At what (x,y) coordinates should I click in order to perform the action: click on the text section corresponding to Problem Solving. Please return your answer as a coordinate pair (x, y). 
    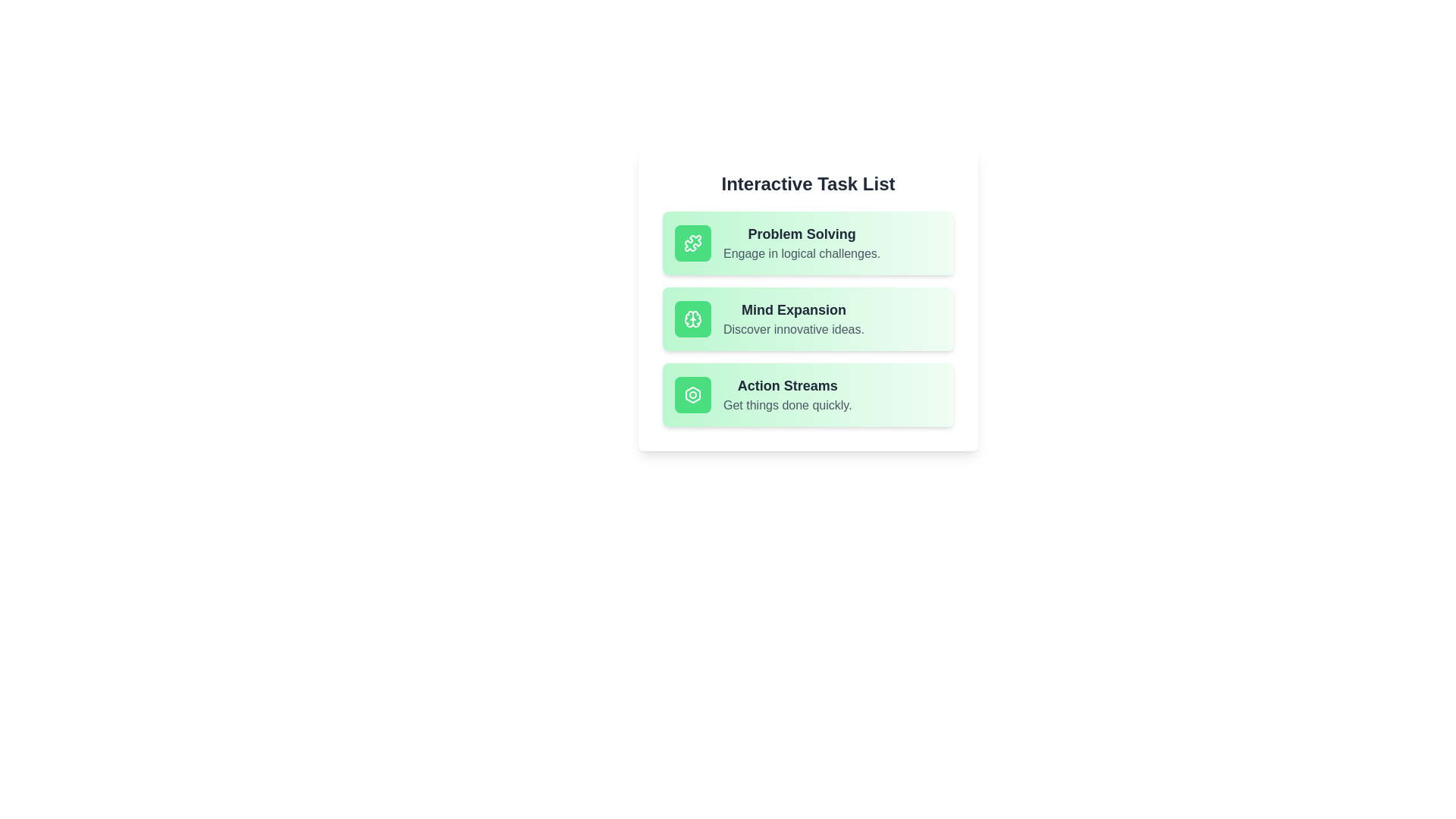
    Looking at the image, I should click on (807, 242).